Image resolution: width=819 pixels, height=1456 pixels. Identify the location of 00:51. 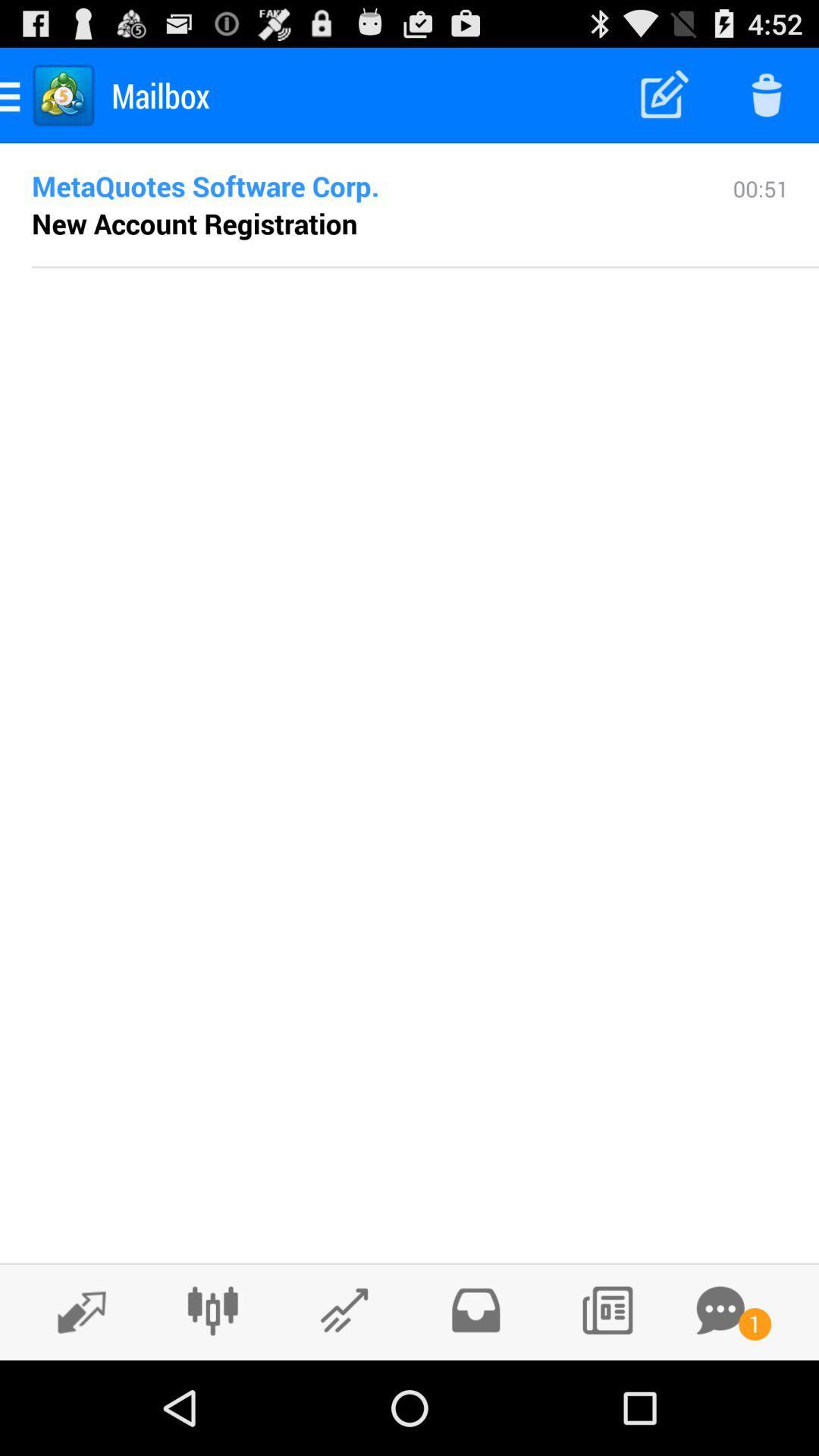
(761, 218).